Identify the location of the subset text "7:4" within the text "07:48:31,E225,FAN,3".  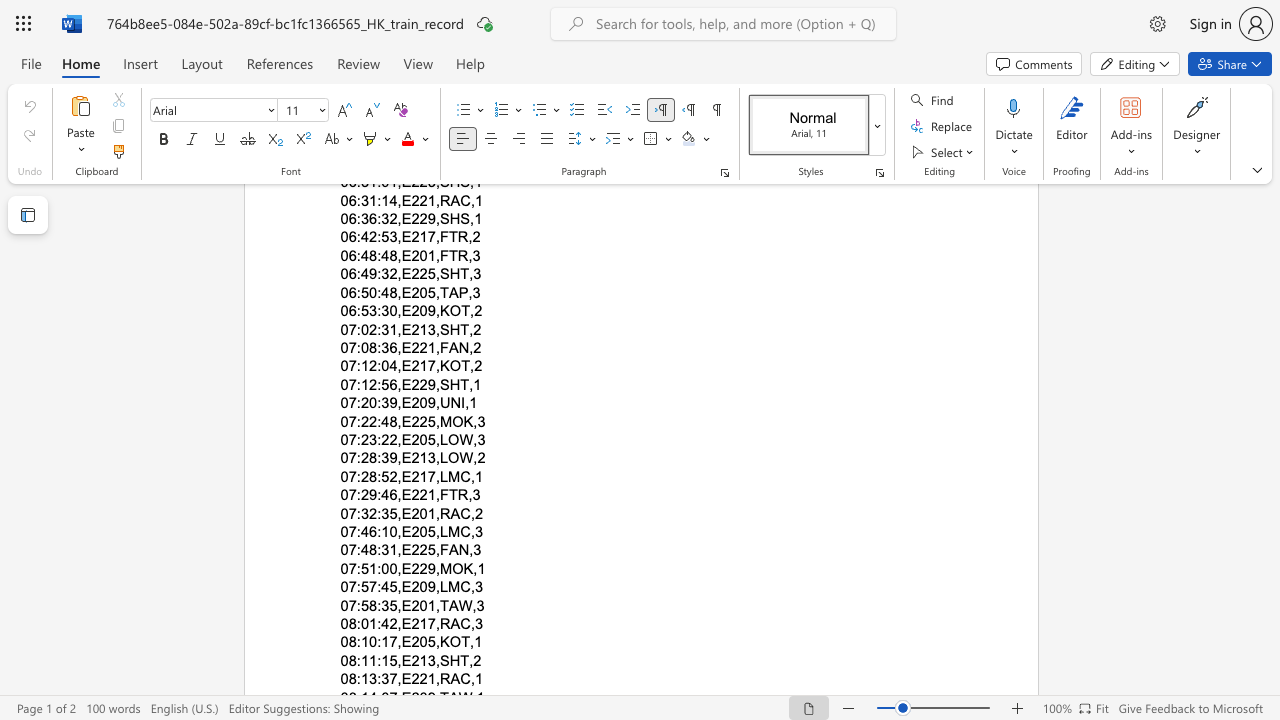
(348, 550).